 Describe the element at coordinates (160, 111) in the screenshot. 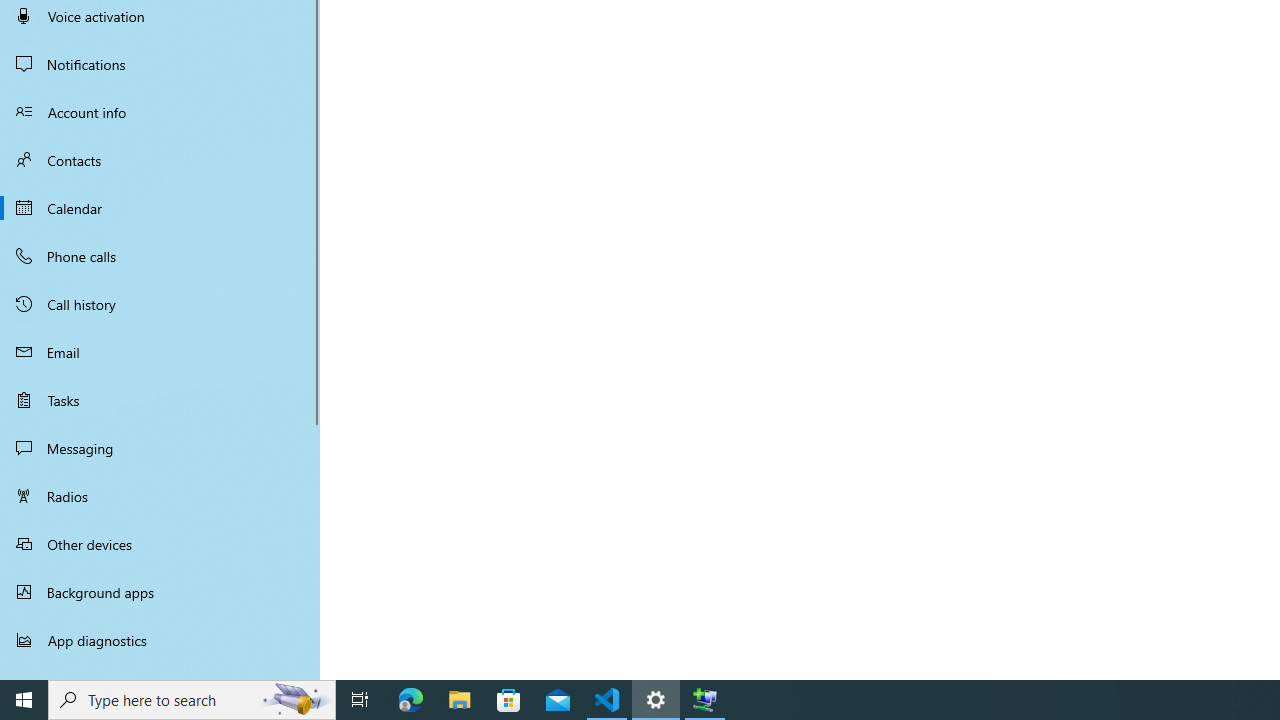

I see `'Account info'` at that location.